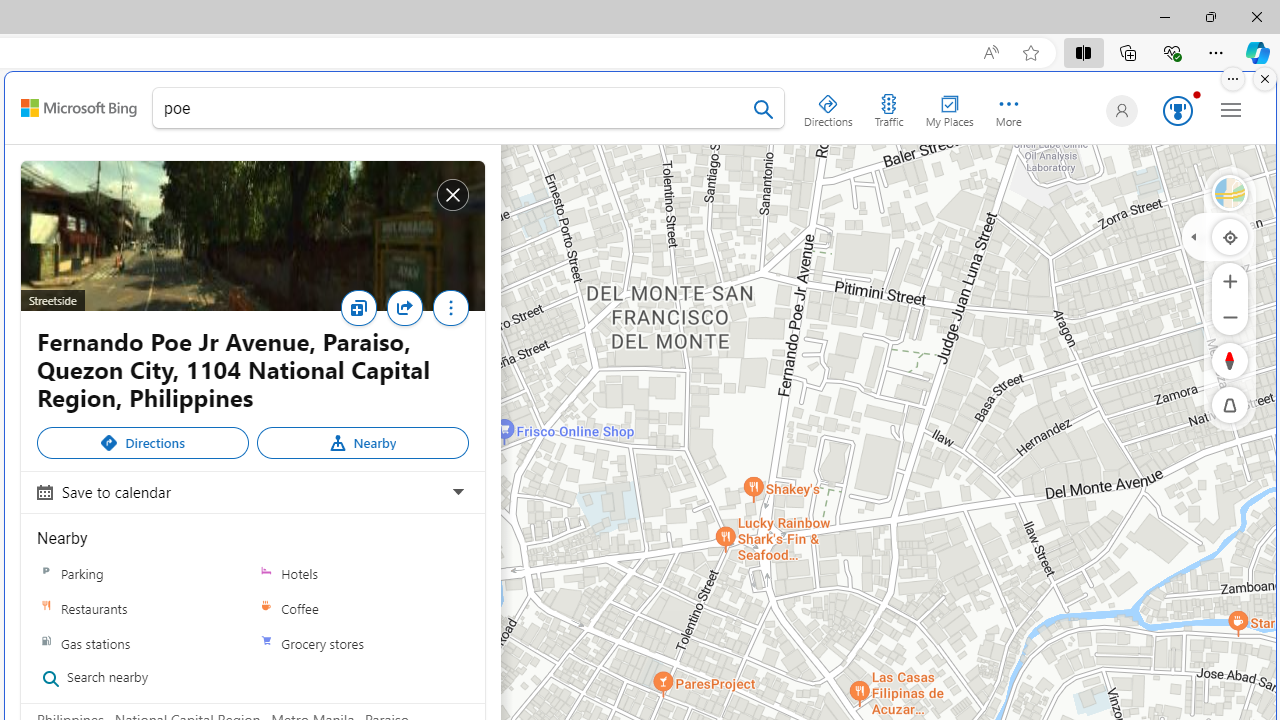  I want to click on 'Microsoft Rewards 123', so click(1175, 111).